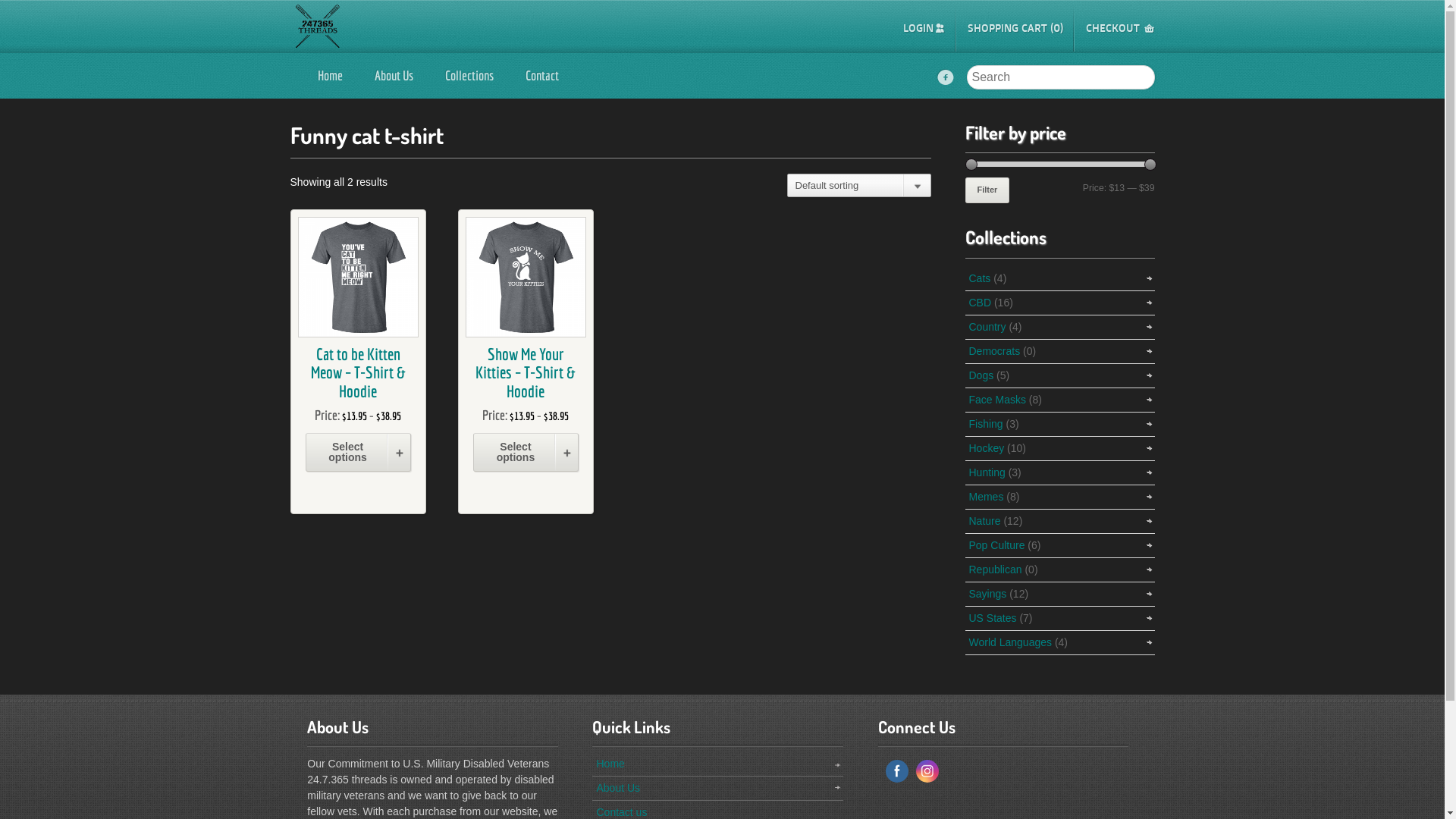  I want to click on 'Memes', so click(986, 497).